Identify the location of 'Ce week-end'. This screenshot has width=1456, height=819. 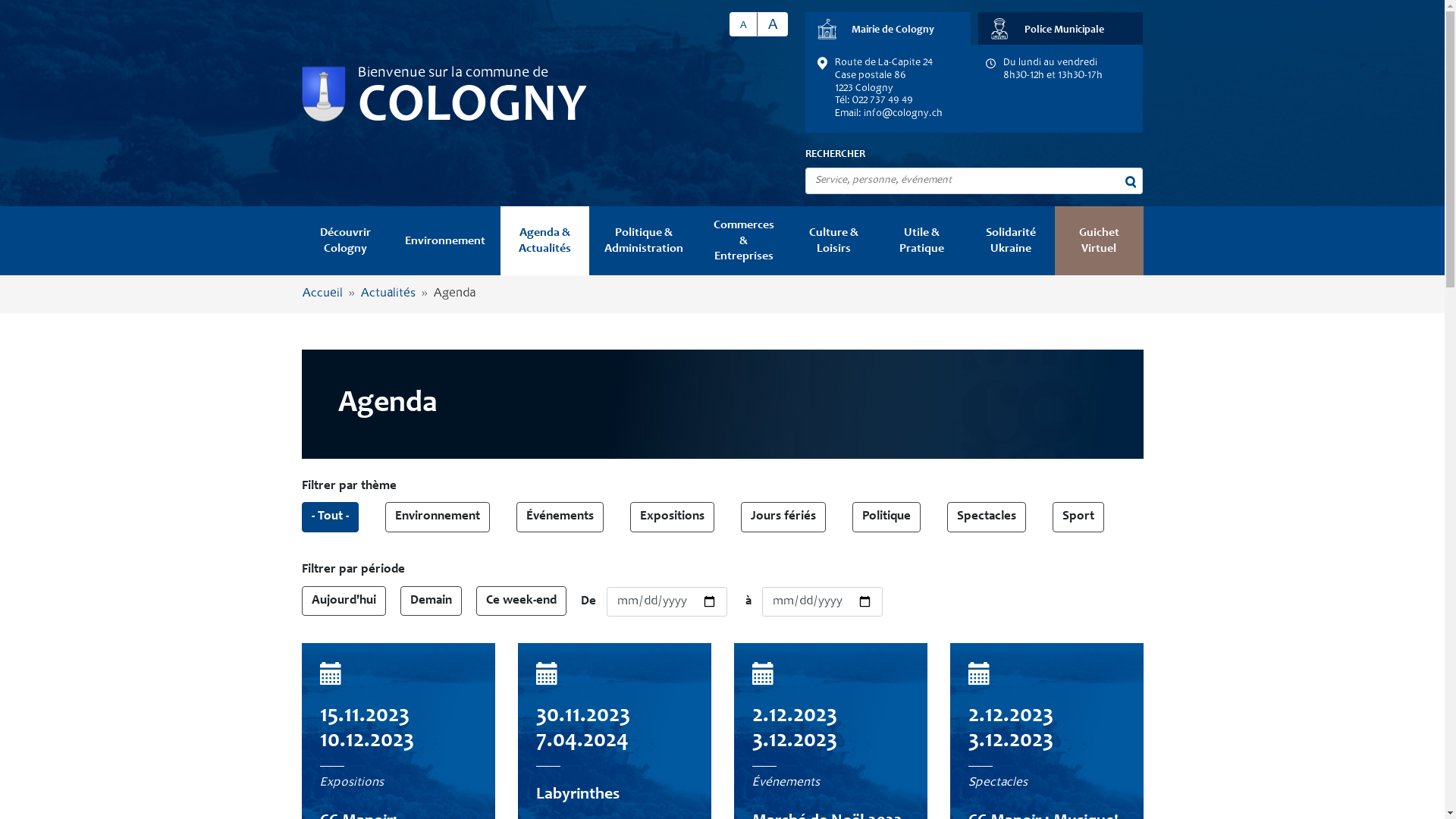
(521, 601).